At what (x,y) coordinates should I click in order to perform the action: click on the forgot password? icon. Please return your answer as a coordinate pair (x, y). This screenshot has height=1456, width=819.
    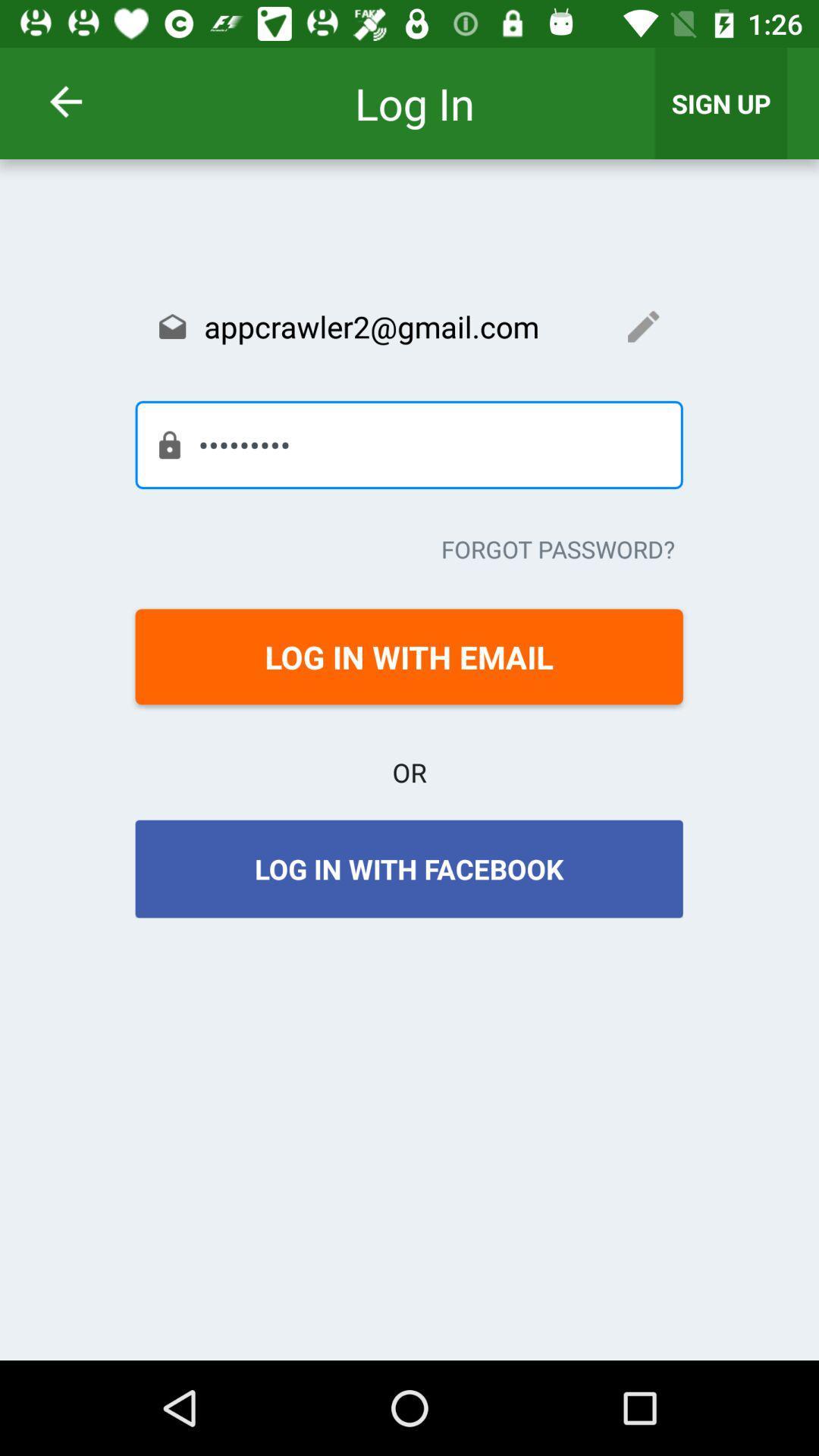
    Looking at the image, I should click on (558, 548).